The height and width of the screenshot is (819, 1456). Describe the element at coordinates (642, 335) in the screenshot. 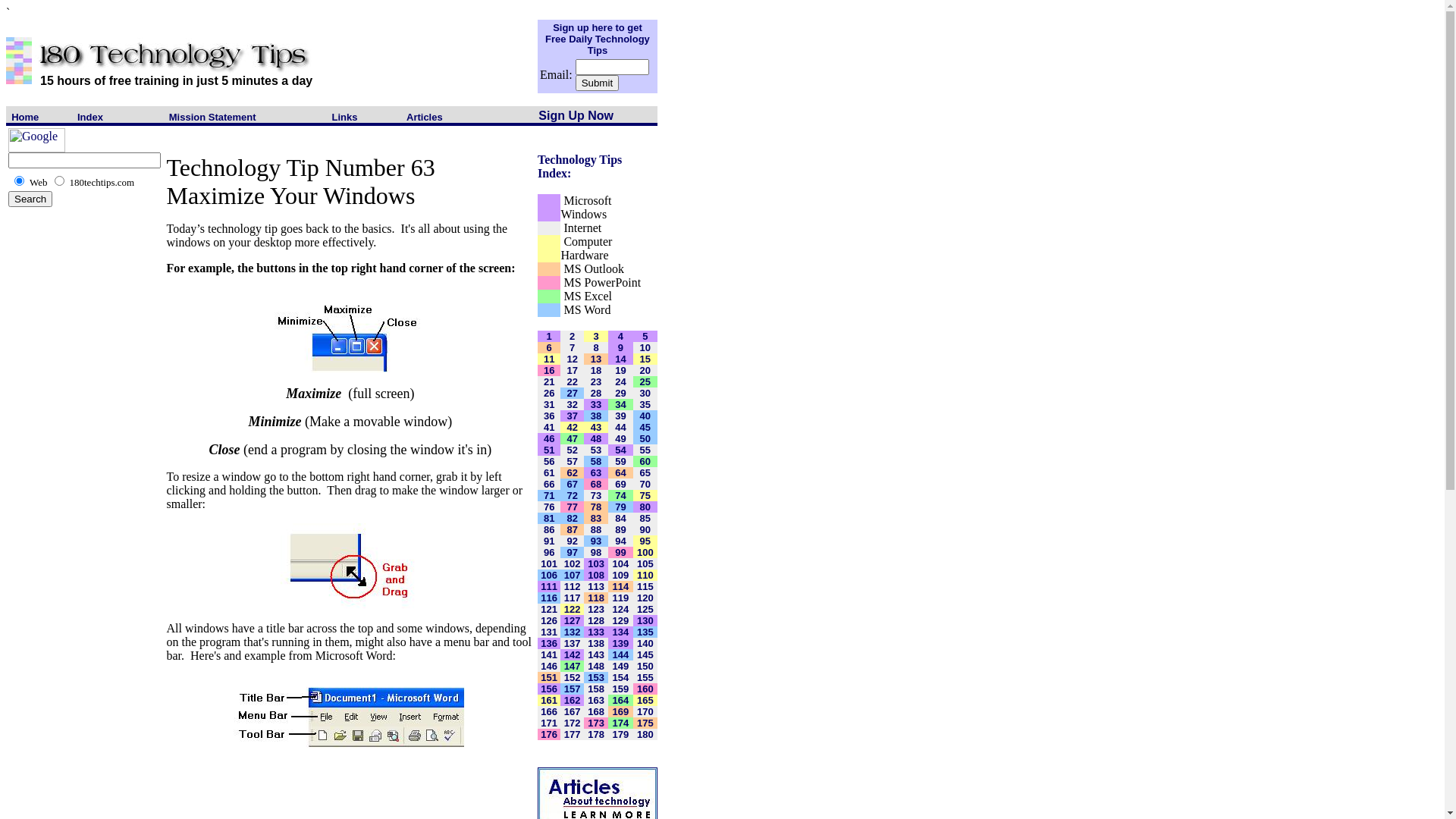

I see `'5'` at that location.